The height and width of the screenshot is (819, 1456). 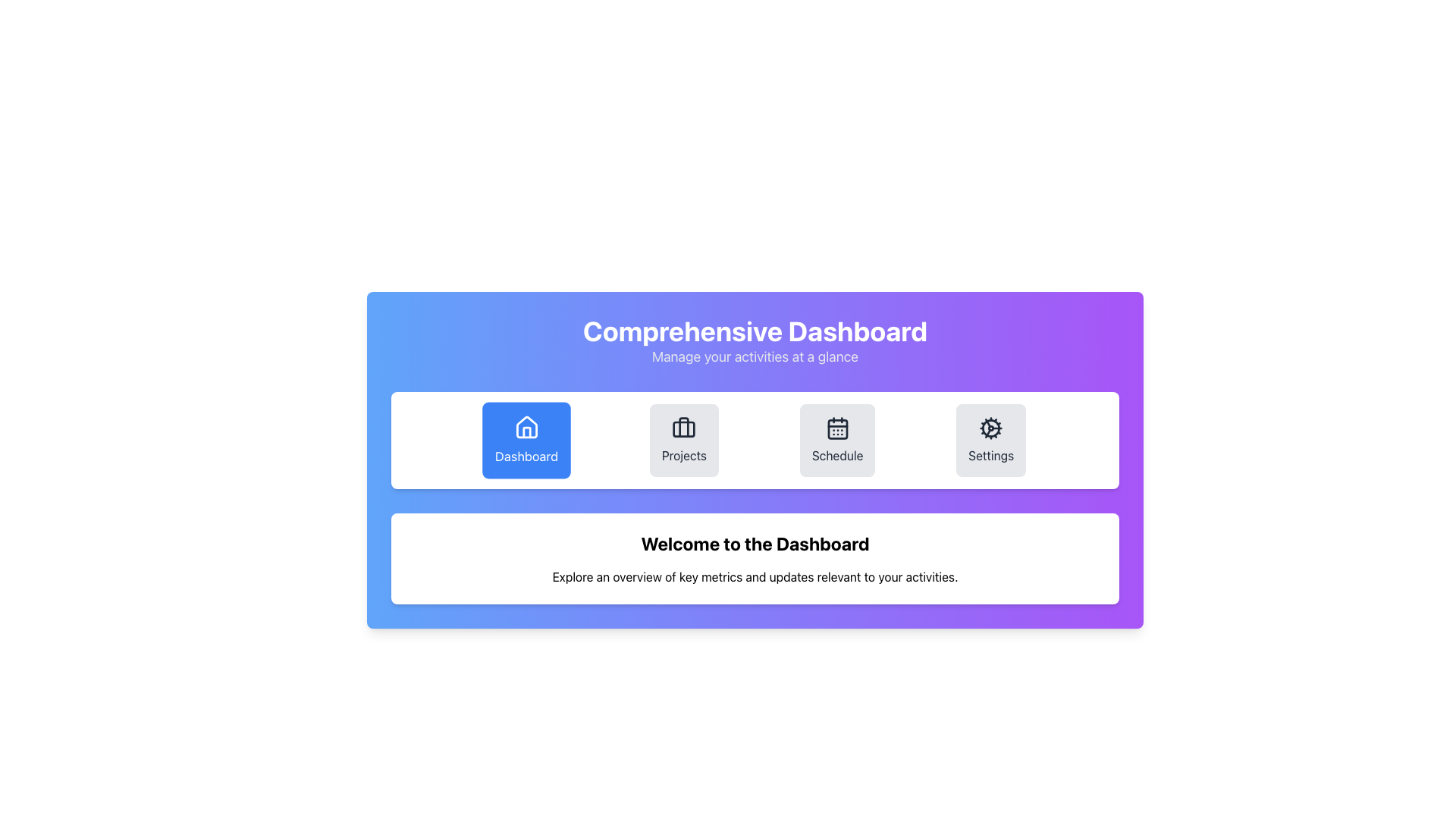 I want to click on the SVG icon of a briefcase located on the gray button labeled 'Projects', so click(x=683, y=428).